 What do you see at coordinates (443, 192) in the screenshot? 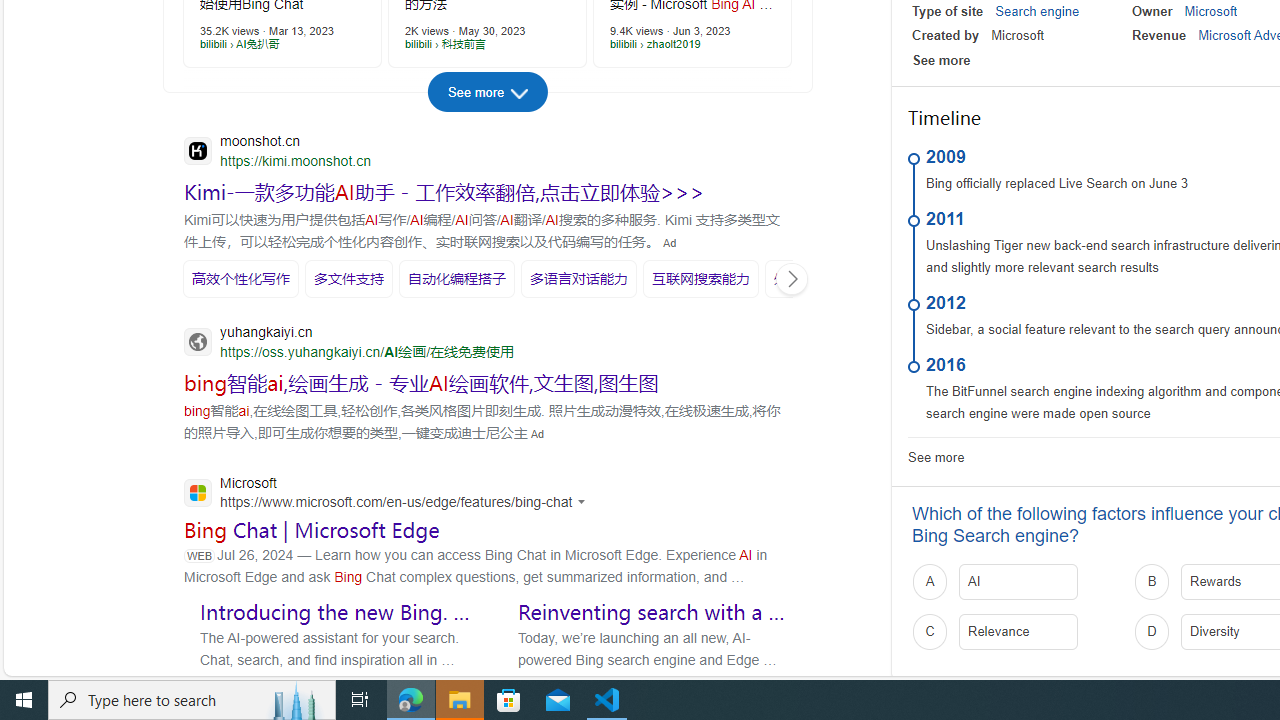
I see `'SERP,5711'` at bounding box center [443, 192].